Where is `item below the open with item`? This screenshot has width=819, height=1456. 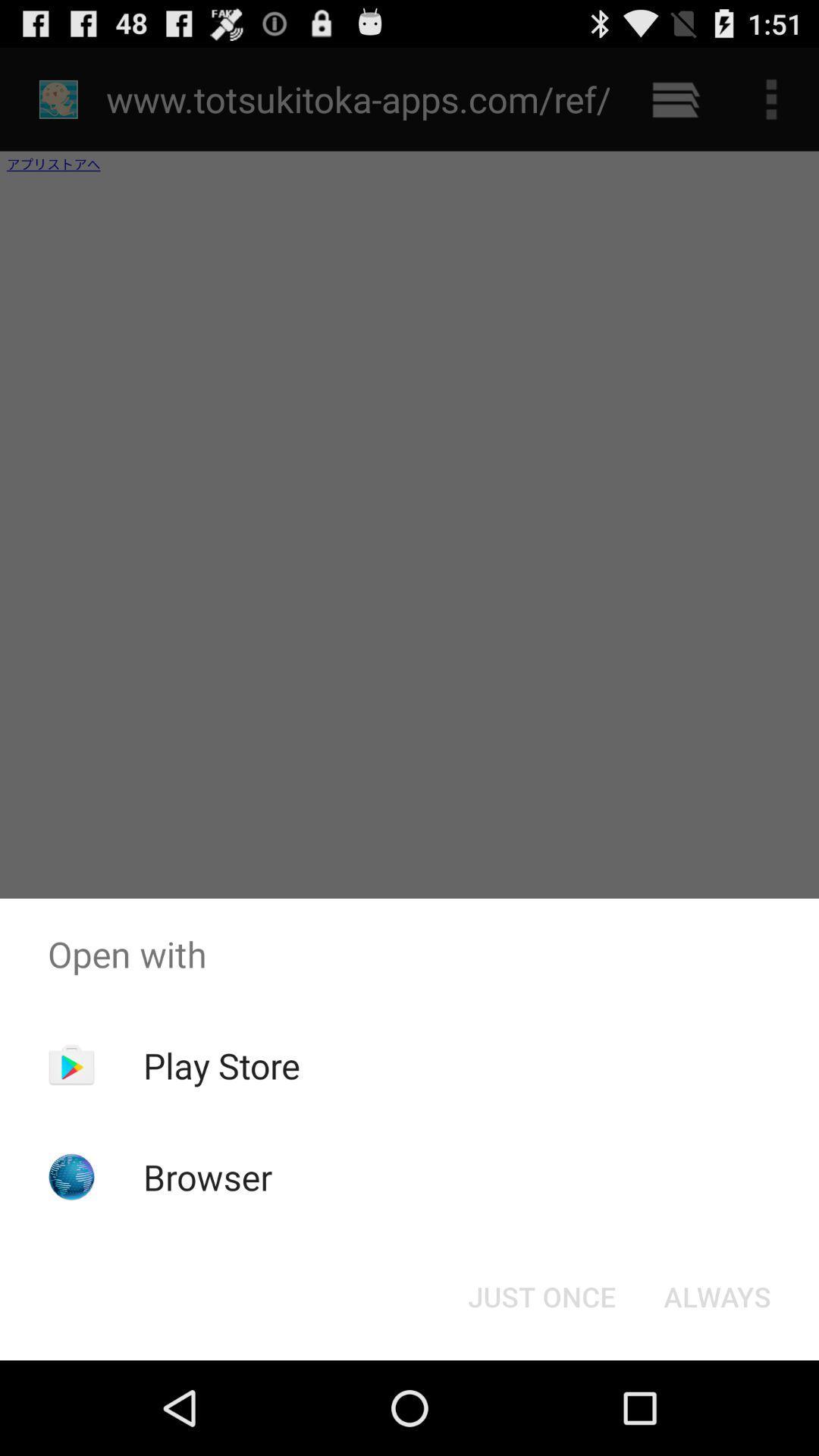 item below the open with item is located at coordinates (221, 1065).